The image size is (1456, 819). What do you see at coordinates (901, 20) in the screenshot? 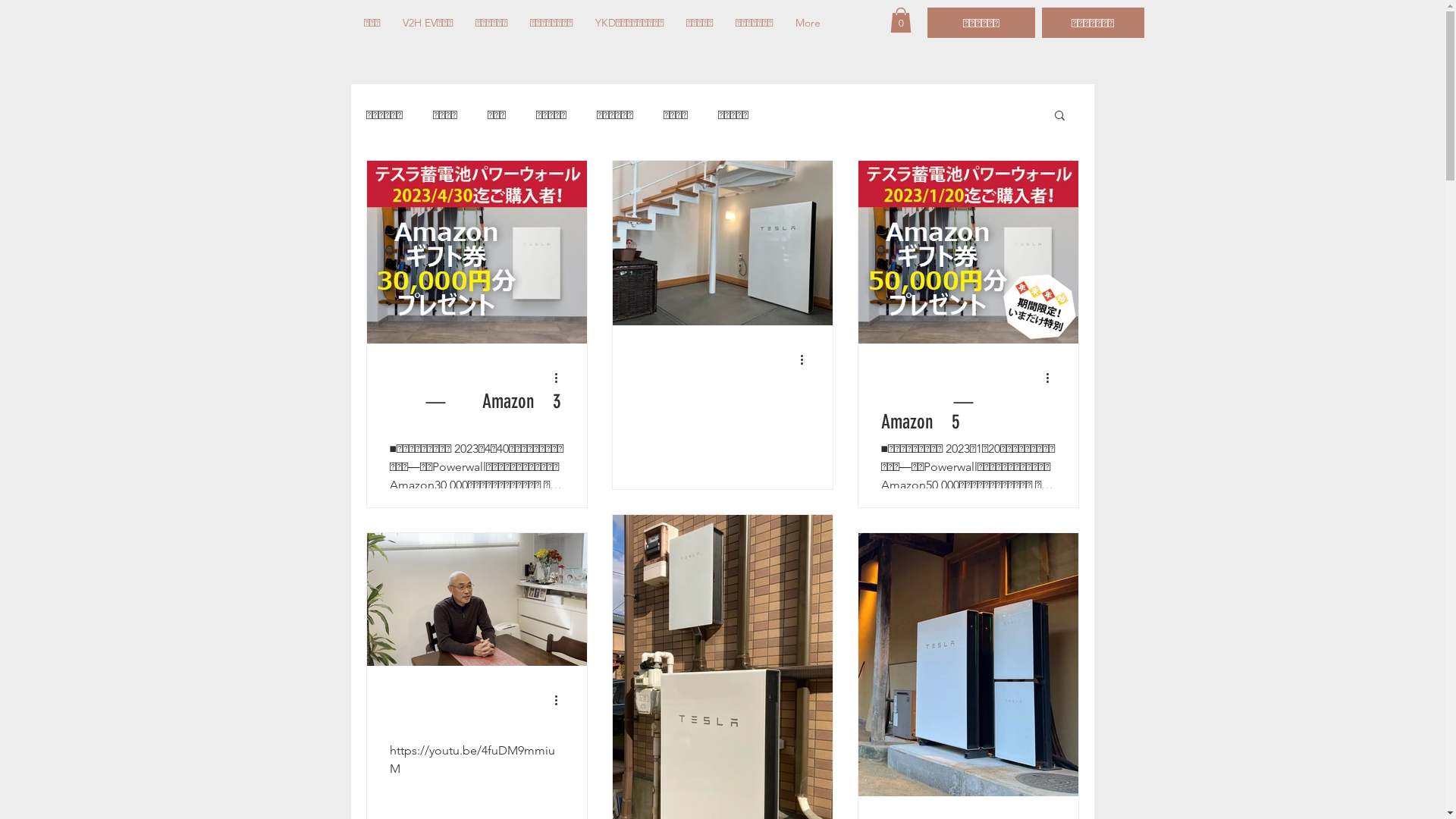
I see `'0'` at bounding box center [901, 20].